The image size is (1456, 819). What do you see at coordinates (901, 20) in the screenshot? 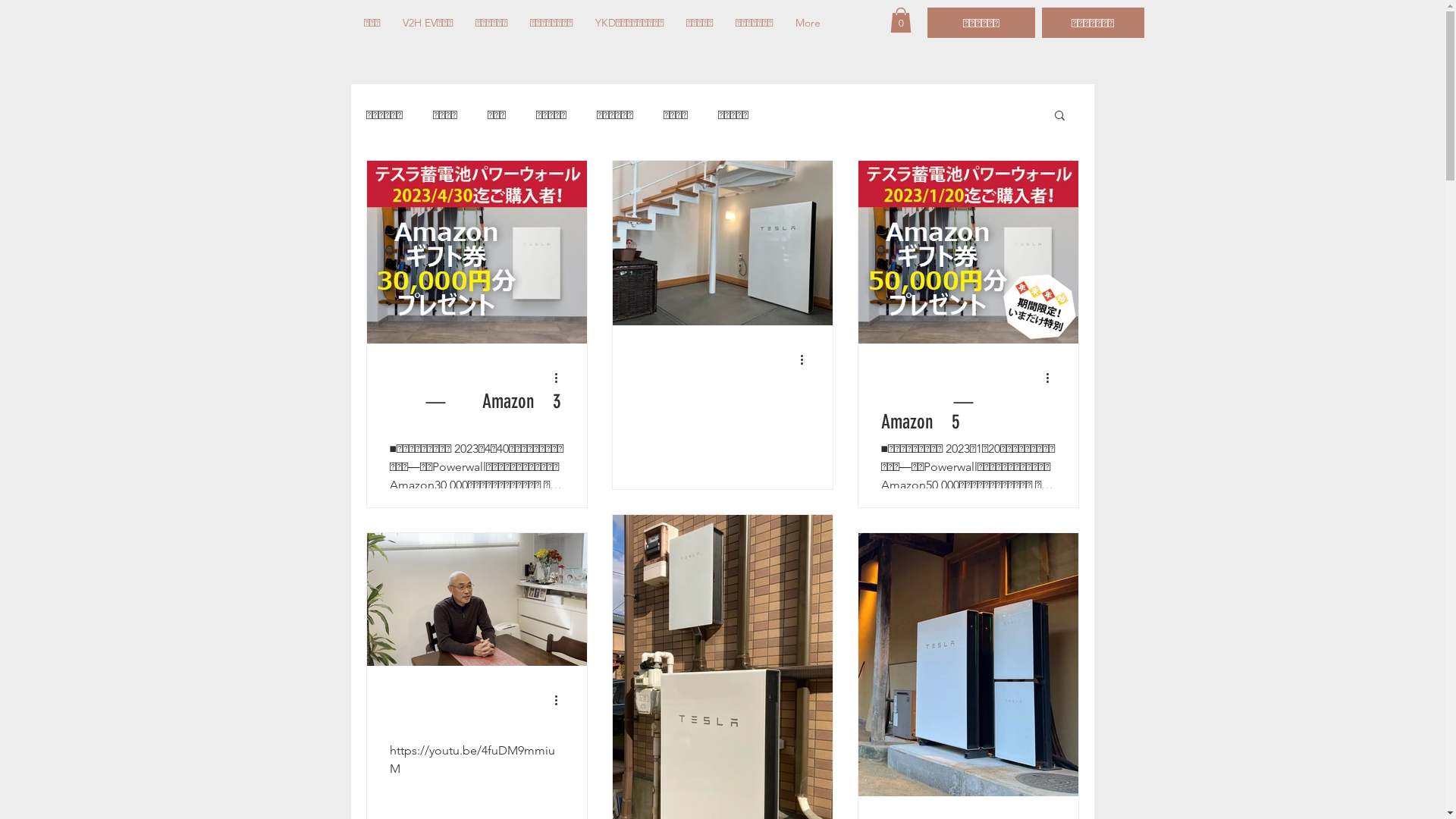
I see `'0'` at bounding box center [901, 20].